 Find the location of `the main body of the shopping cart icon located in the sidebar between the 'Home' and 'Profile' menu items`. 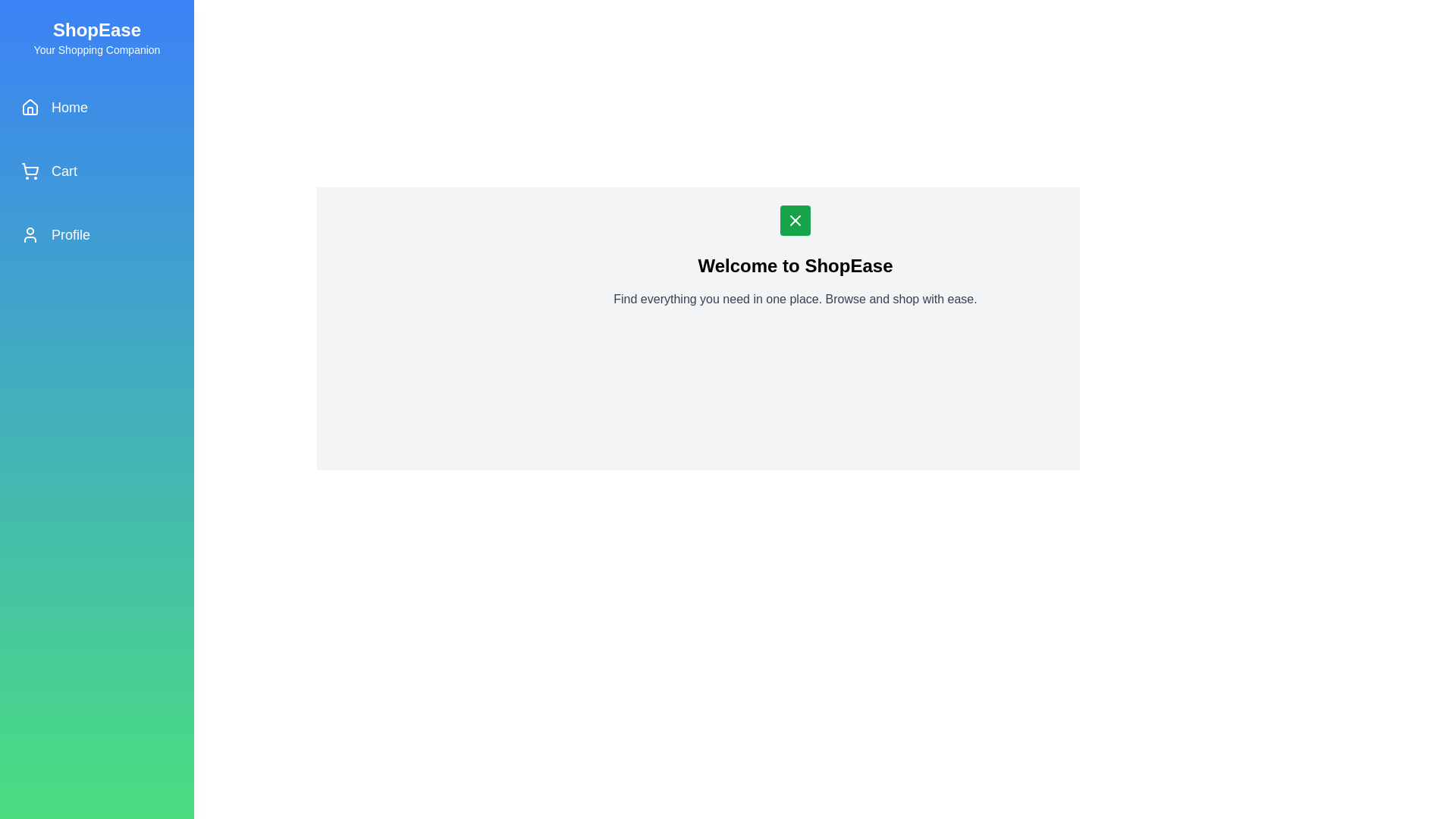

the main body of the shopping cart icon located in the sidebar between the 'Home' and 'Profile' menu items is located at coordinates (30, 169).